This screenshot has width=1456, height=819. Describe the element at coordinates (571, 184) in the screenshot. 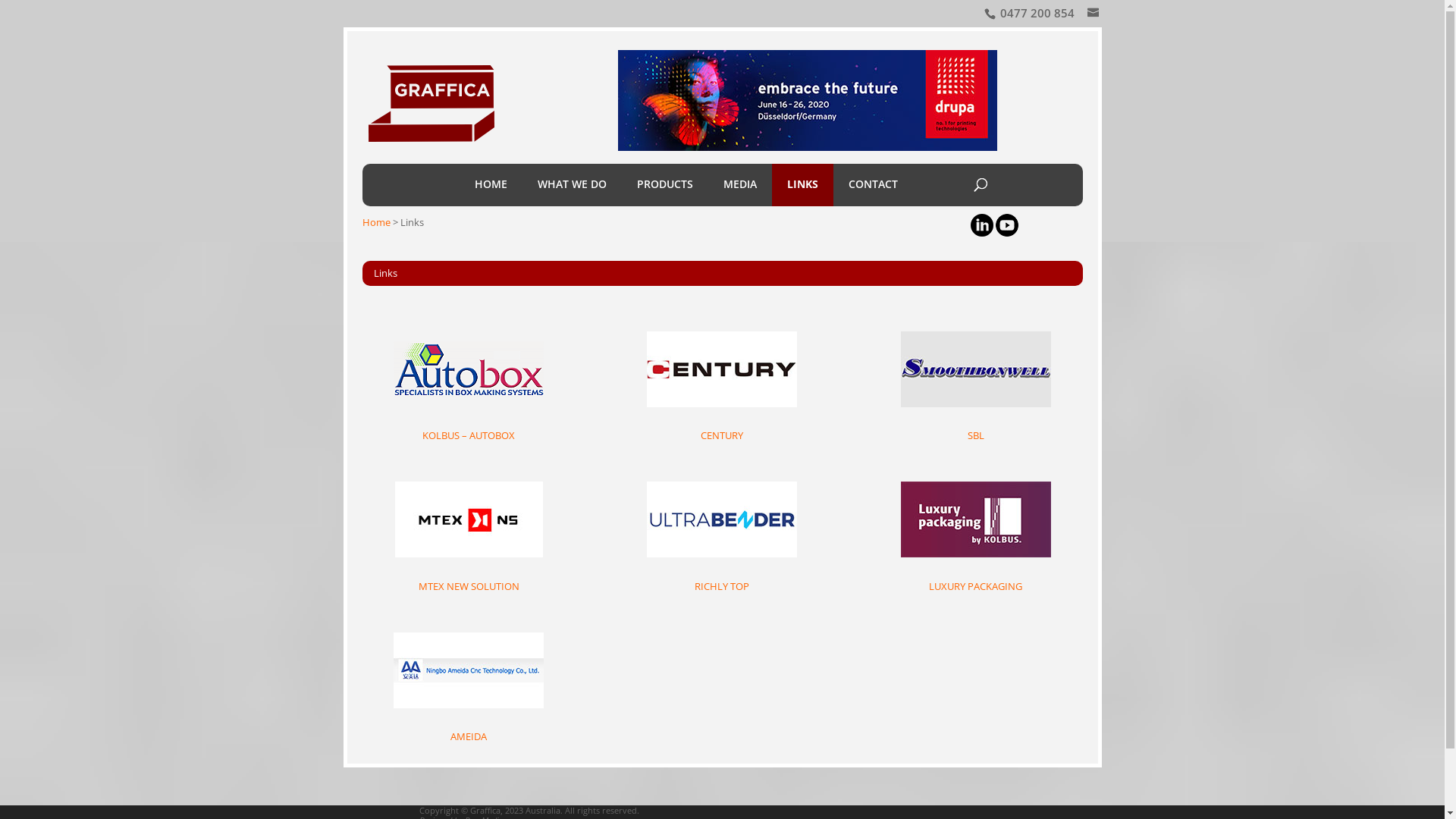

I see `'WHAT WE DO'` at that location.